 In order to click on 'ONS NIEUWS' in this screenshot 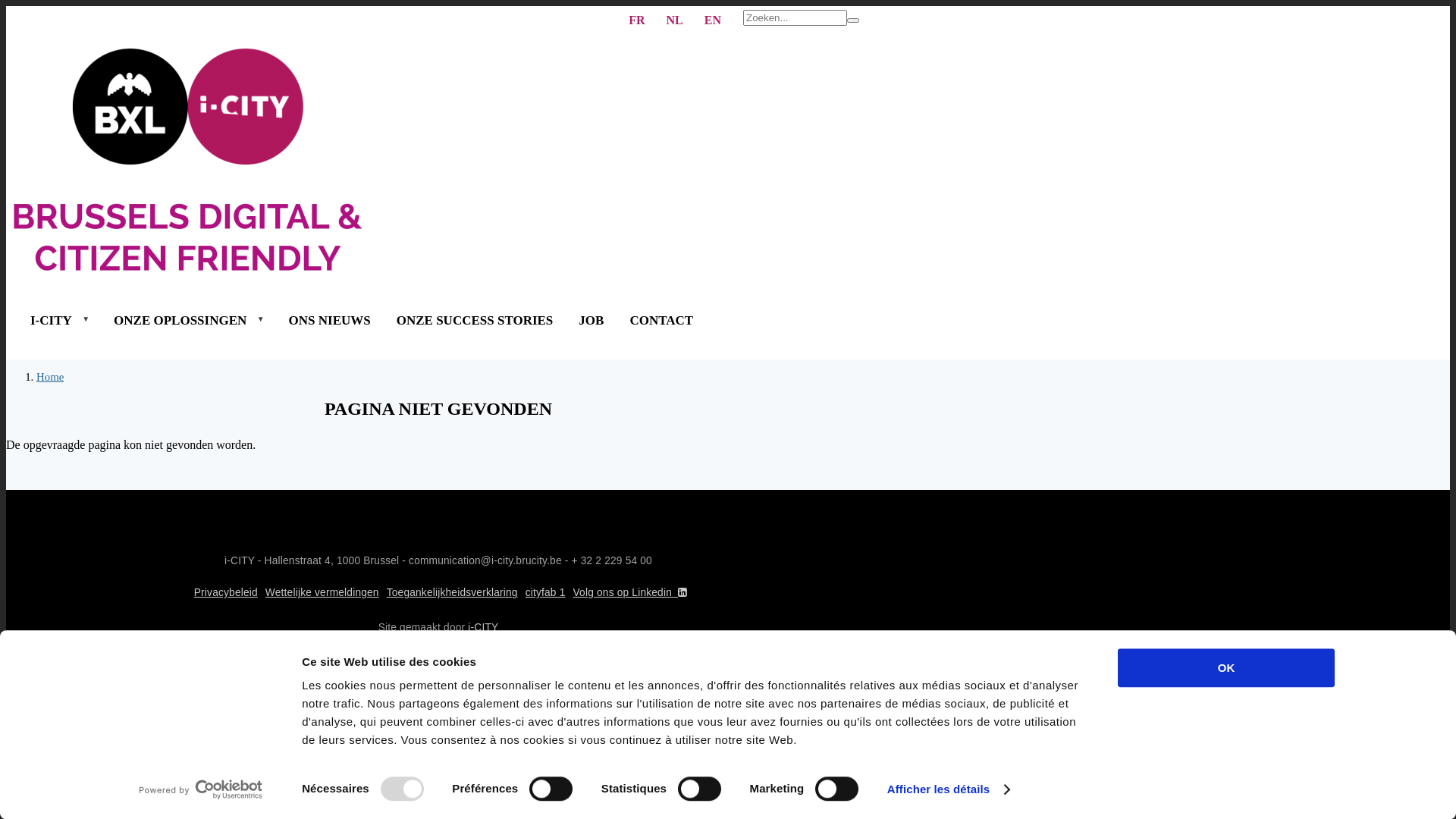, I will do `click(329, 319)`.